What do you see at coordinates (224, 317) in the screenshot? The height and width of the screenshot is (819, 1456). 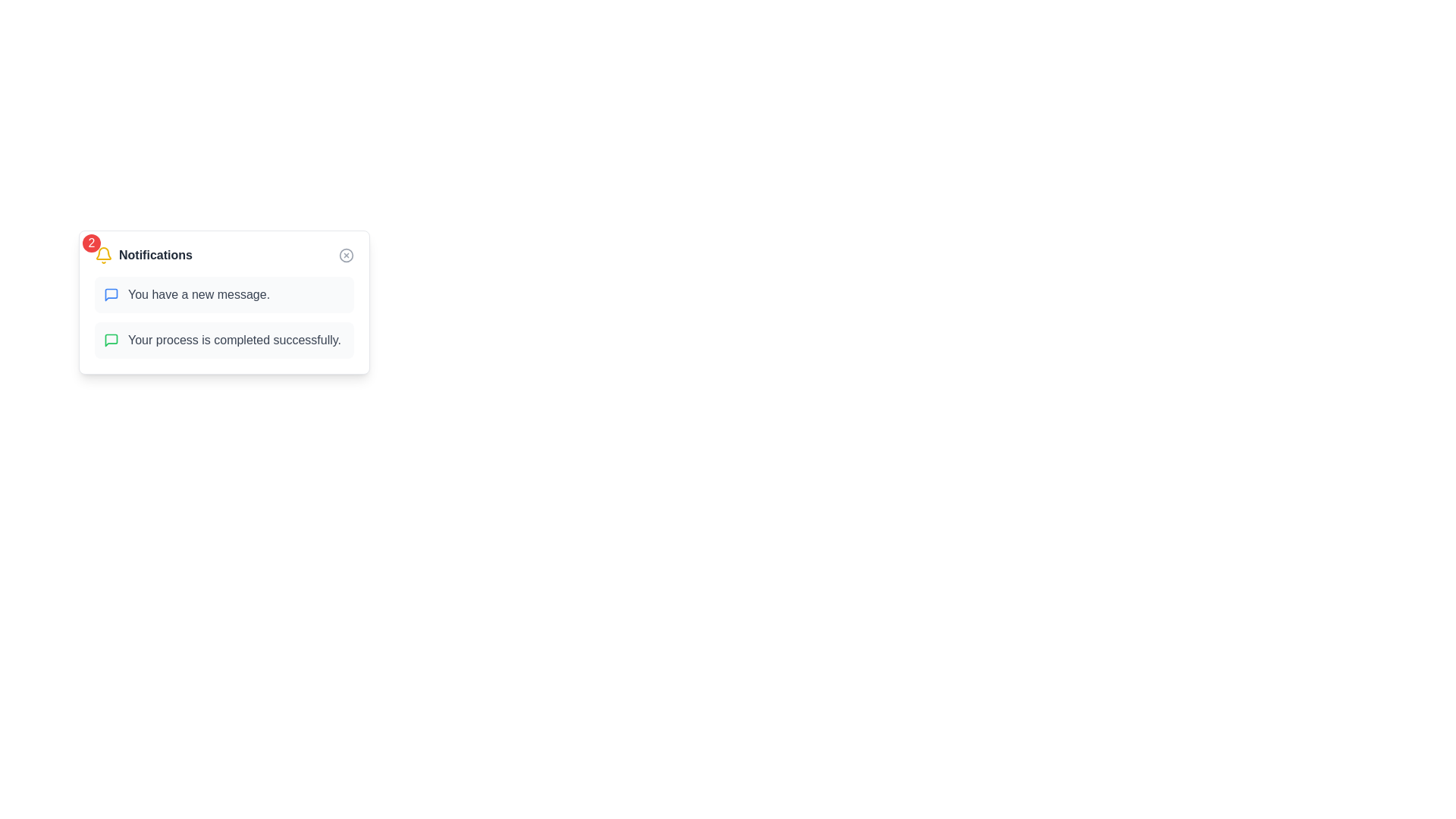 I see `the Notification List which contains two messages: 'You have a new message' and 'Your process is completed successfully.'` at bounding box center [224, 317].